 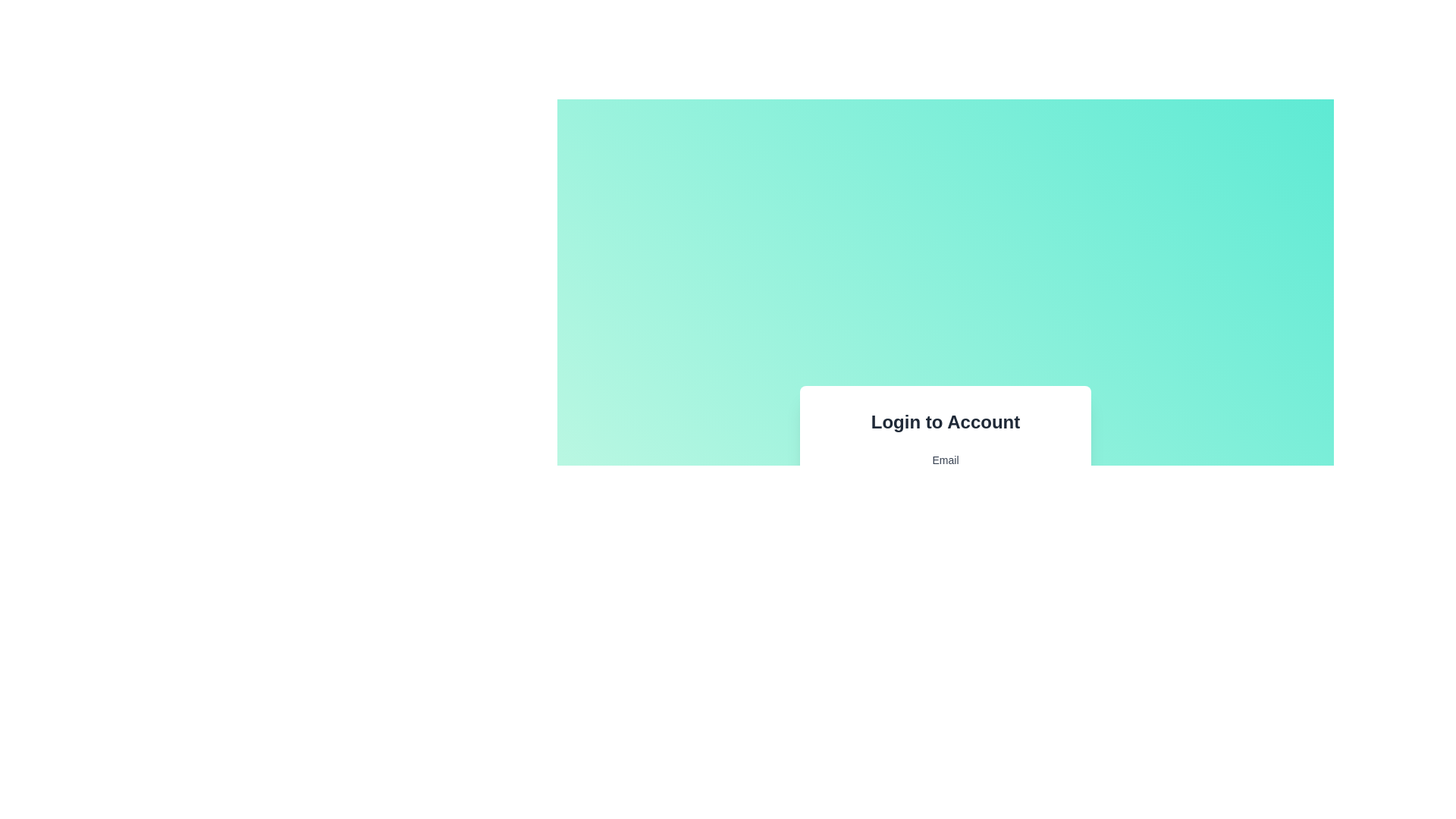 What do you see at coordinates (945, 459) in the screenshot?
I see `the text label that provides context for the email input field, located at the top center of the login form box, directly above the email input field` at bounding box center [945, 459].